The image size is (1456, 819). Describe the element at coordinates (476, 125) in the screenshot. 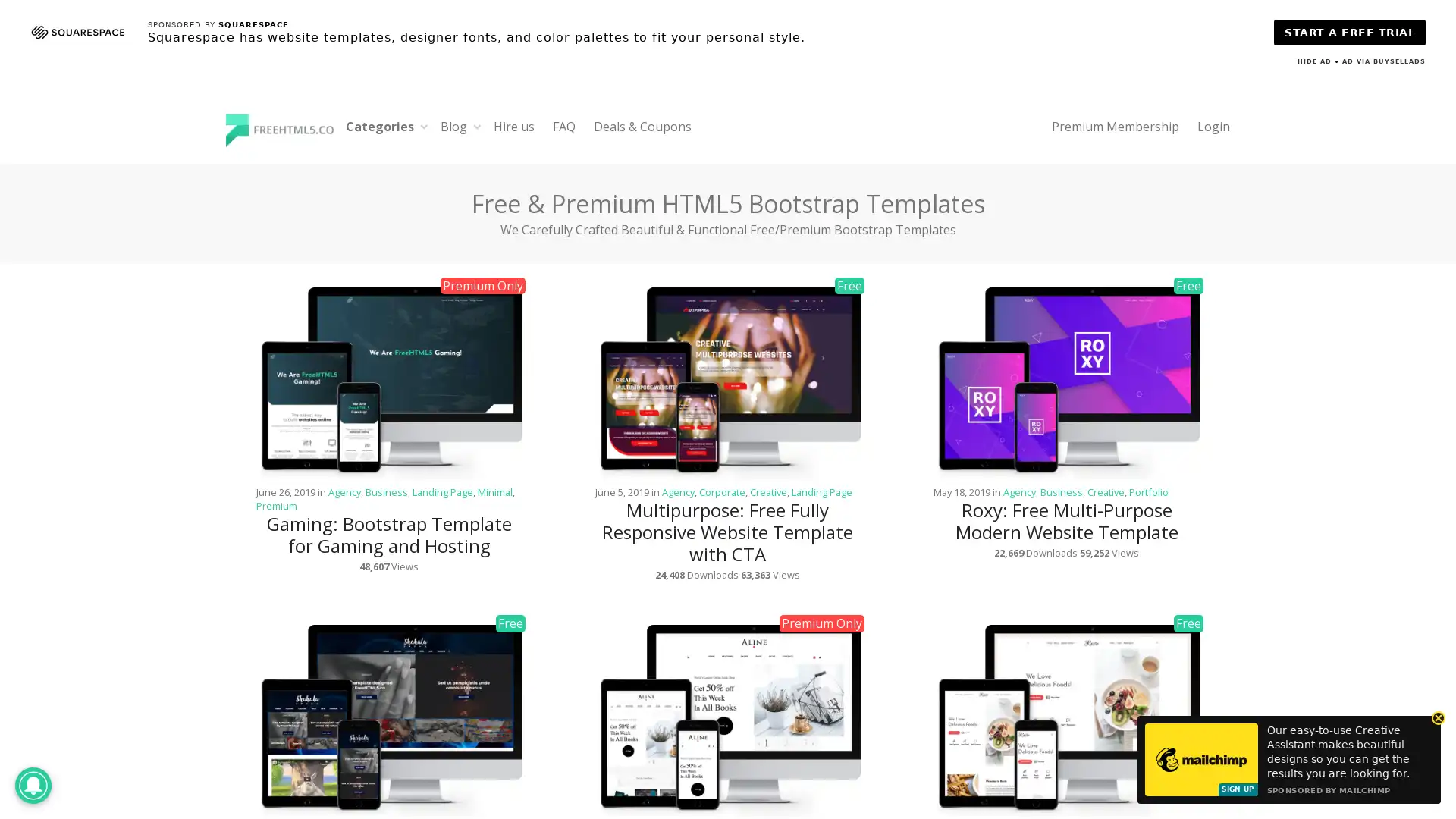

I see `Expand child menu` at that location.